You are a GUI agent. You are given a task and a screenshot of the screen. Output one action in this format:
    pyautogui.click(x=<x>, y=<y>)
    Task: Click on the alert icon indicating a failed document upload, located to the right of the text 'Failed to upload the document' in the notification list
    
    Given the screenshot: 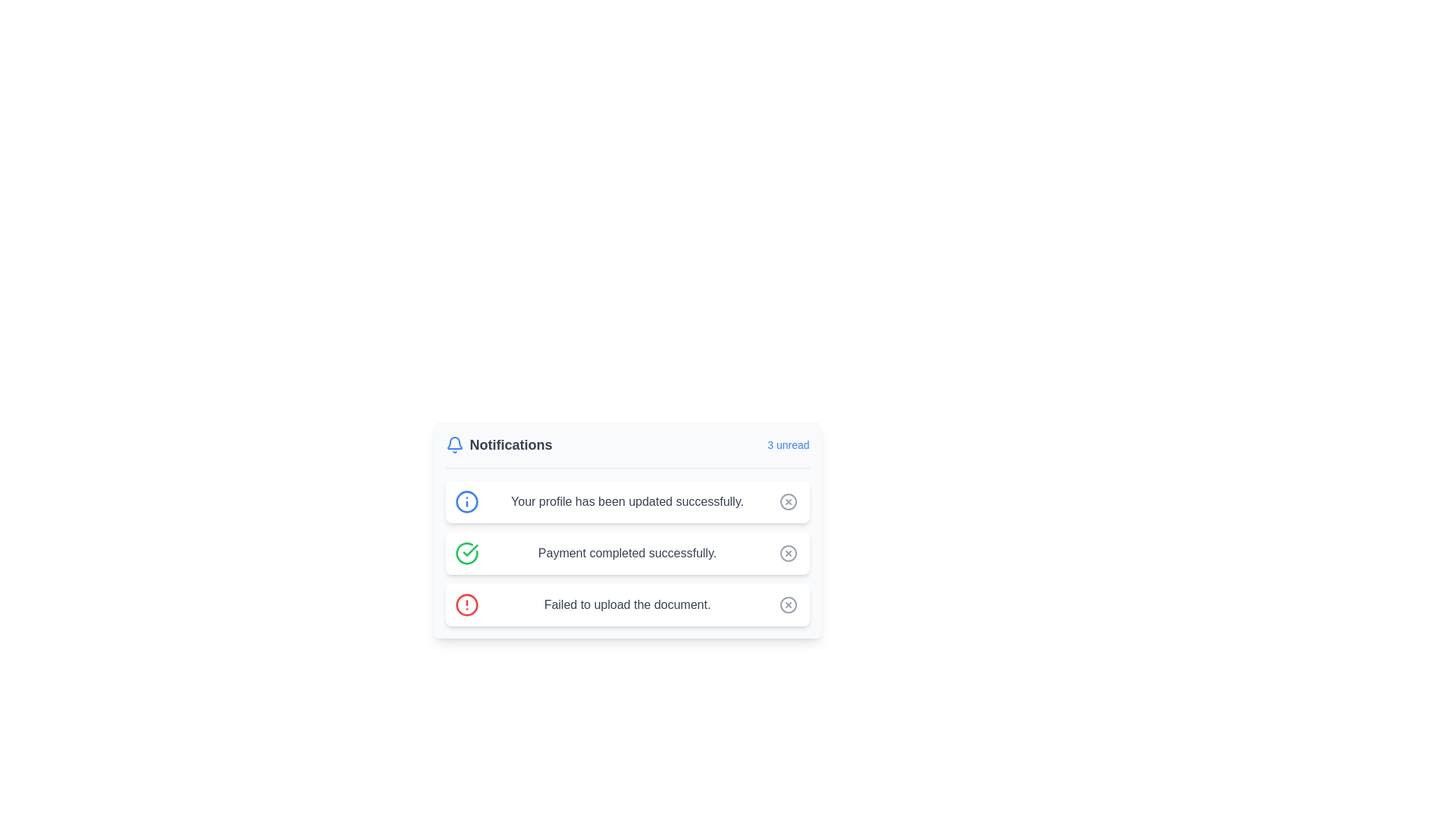 What is the action you would take?
    pyautogui.click(x=466, y=604)
    